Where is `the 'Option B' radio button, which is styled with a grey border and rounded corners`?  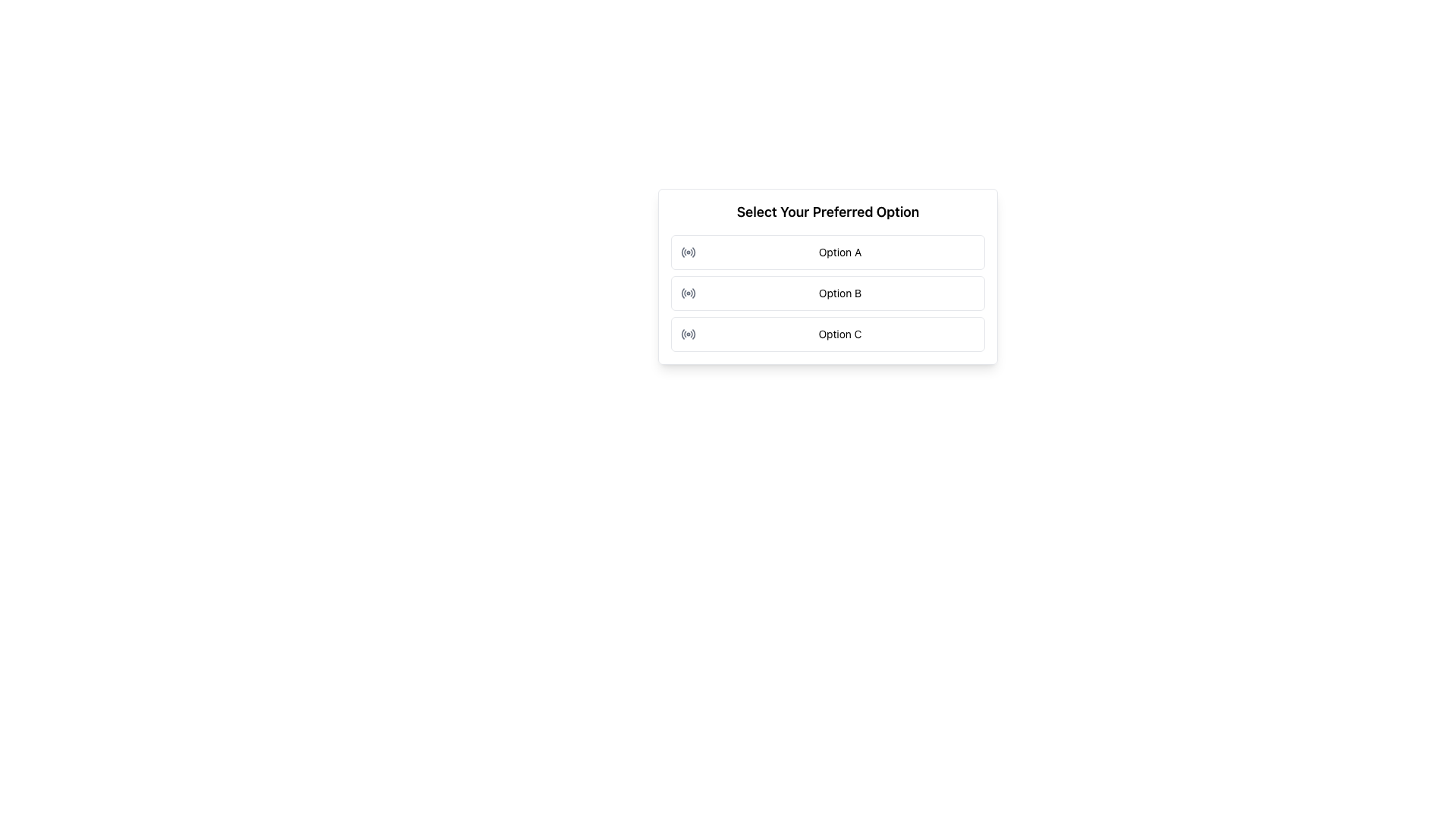 the 'Option B' radio button, which is styled with a grey border and rounded corners is located at coordinates (827, 293).